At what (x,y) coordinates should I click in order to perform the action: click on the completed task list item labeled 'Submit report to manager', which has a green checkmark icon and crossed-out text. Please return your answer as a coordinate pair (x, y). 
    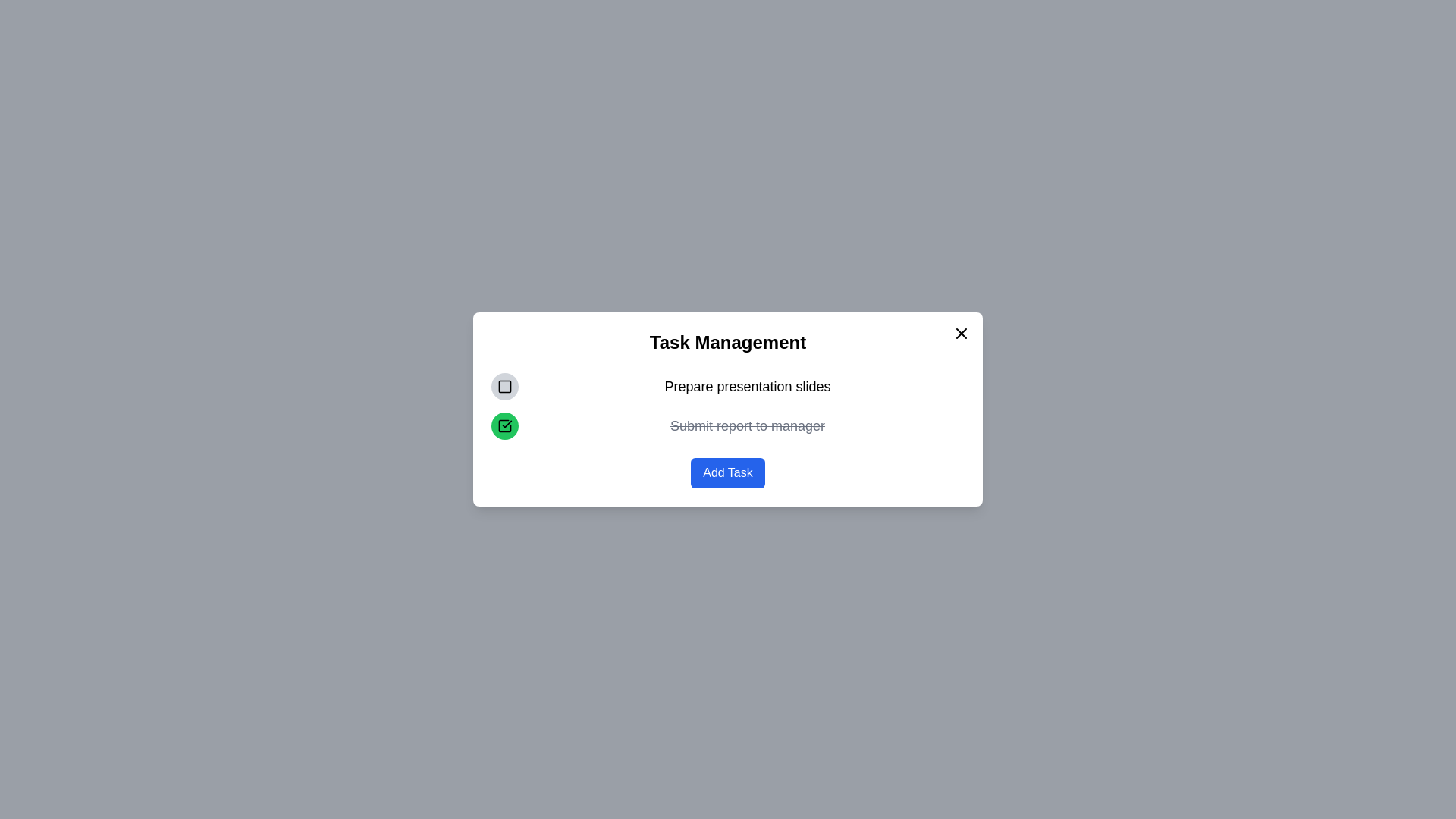
    Looking at the image, I should click on (728, 426).